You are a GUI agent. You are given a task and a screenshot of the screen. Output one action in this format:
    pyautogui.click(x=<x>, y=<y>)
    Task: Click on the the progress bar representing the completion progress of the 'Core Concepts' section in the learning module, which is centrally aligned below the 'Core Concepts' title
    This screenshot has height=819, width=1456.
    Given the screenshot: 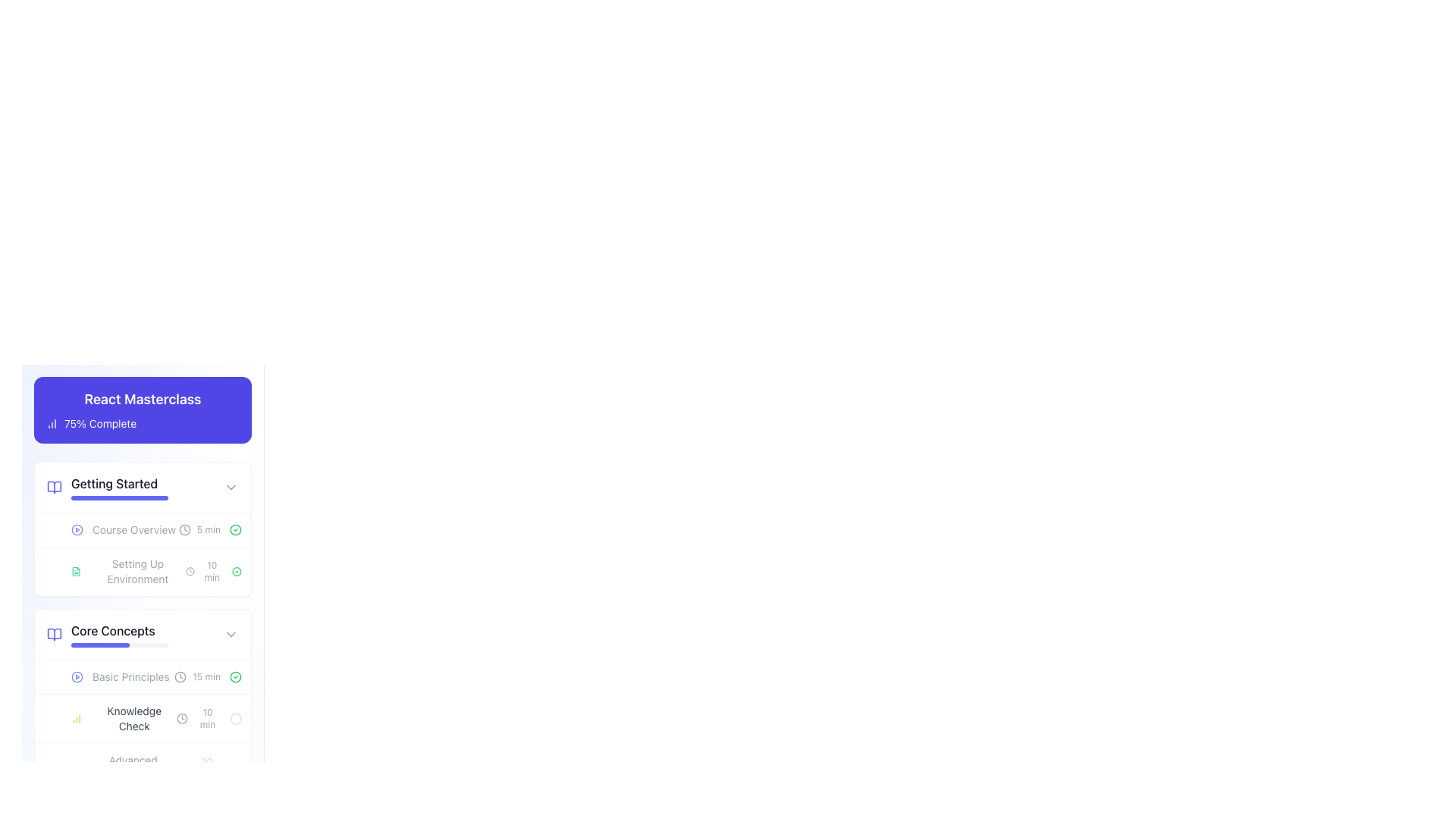 What is the action you would take?
    pyautogui.click(x=119, y=645)
    